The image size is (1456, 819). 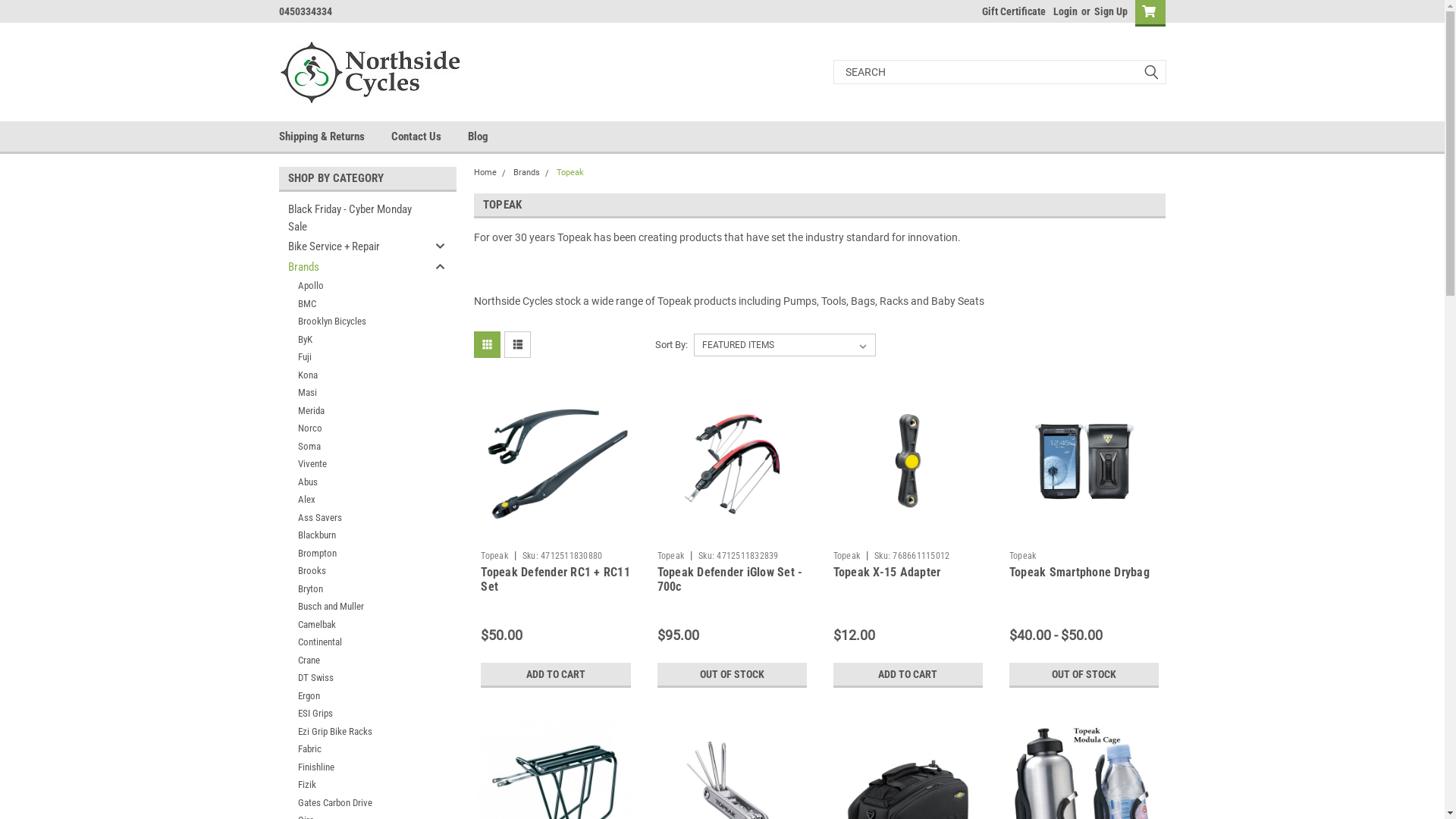 What do you see at coordinates (353, 303) in the screenshot?
I see `'BMC'` at bounding box center [353, 303].